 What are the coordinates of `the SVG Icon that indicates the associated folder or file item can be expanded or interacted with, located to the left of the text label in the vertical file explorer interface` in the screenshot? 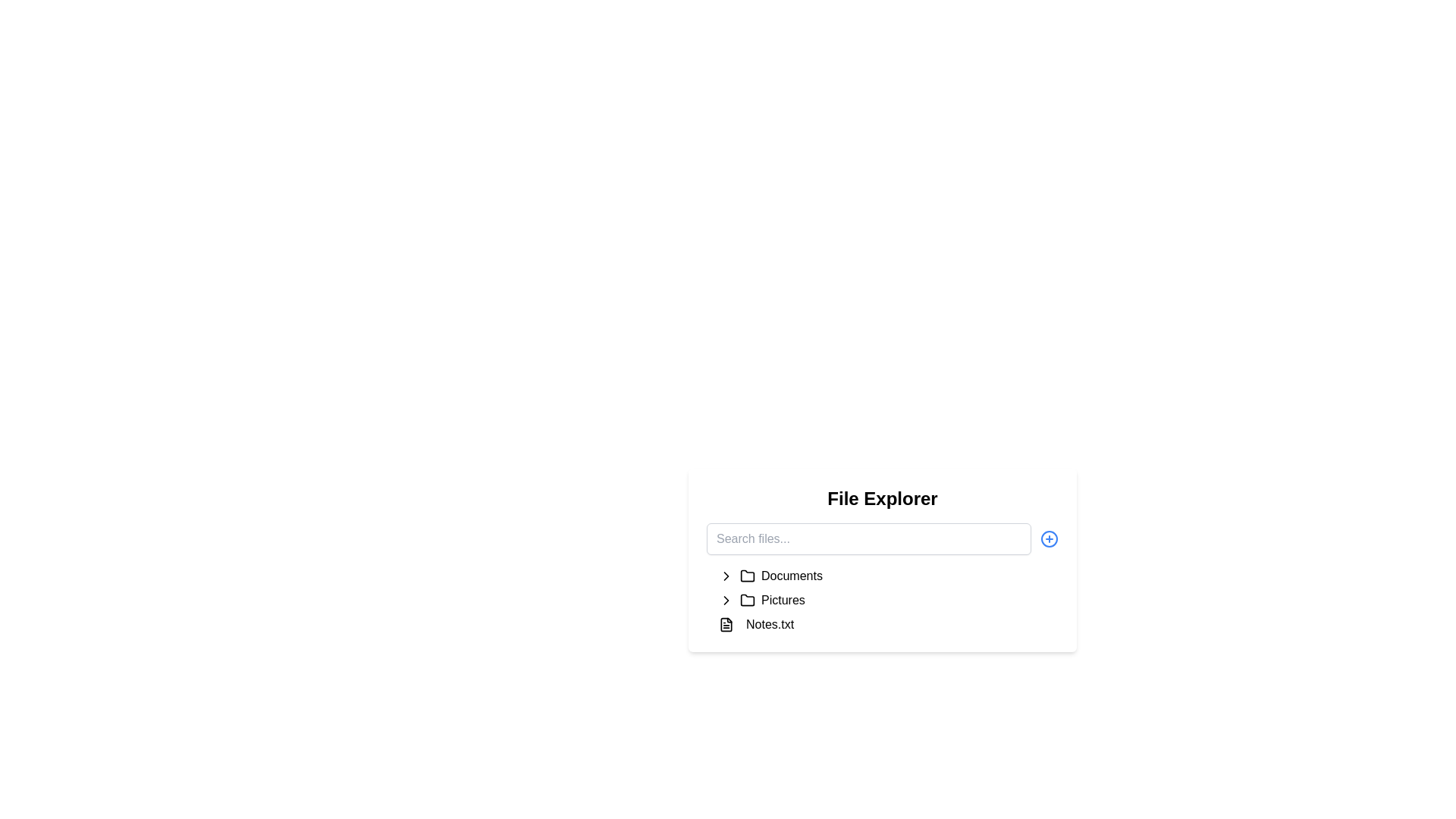 It's located at (726, 599).